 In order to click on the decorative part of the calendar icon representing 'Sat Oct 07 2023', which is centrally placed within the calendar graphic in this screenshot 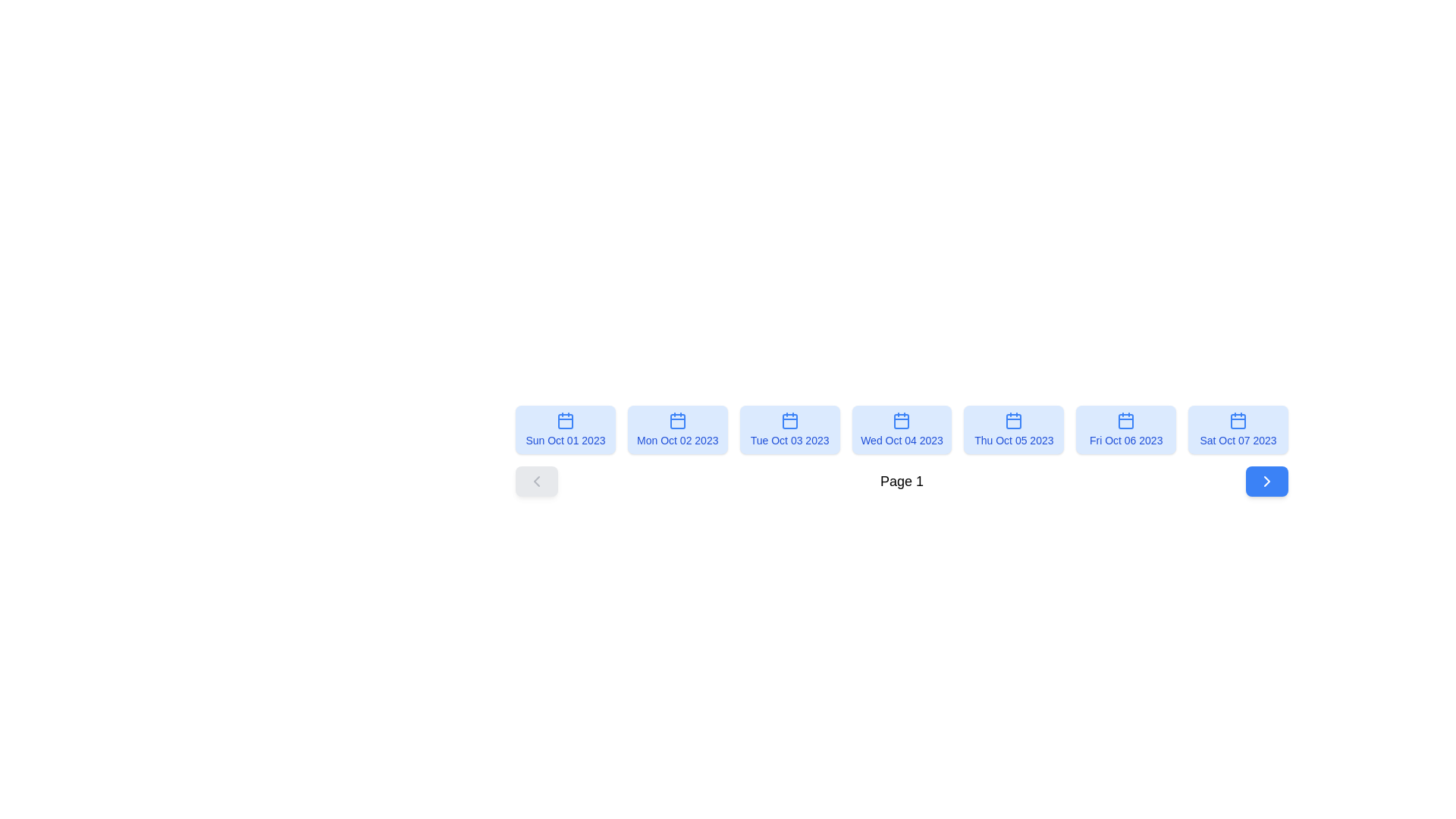, I will do `click(1238, 421)`.